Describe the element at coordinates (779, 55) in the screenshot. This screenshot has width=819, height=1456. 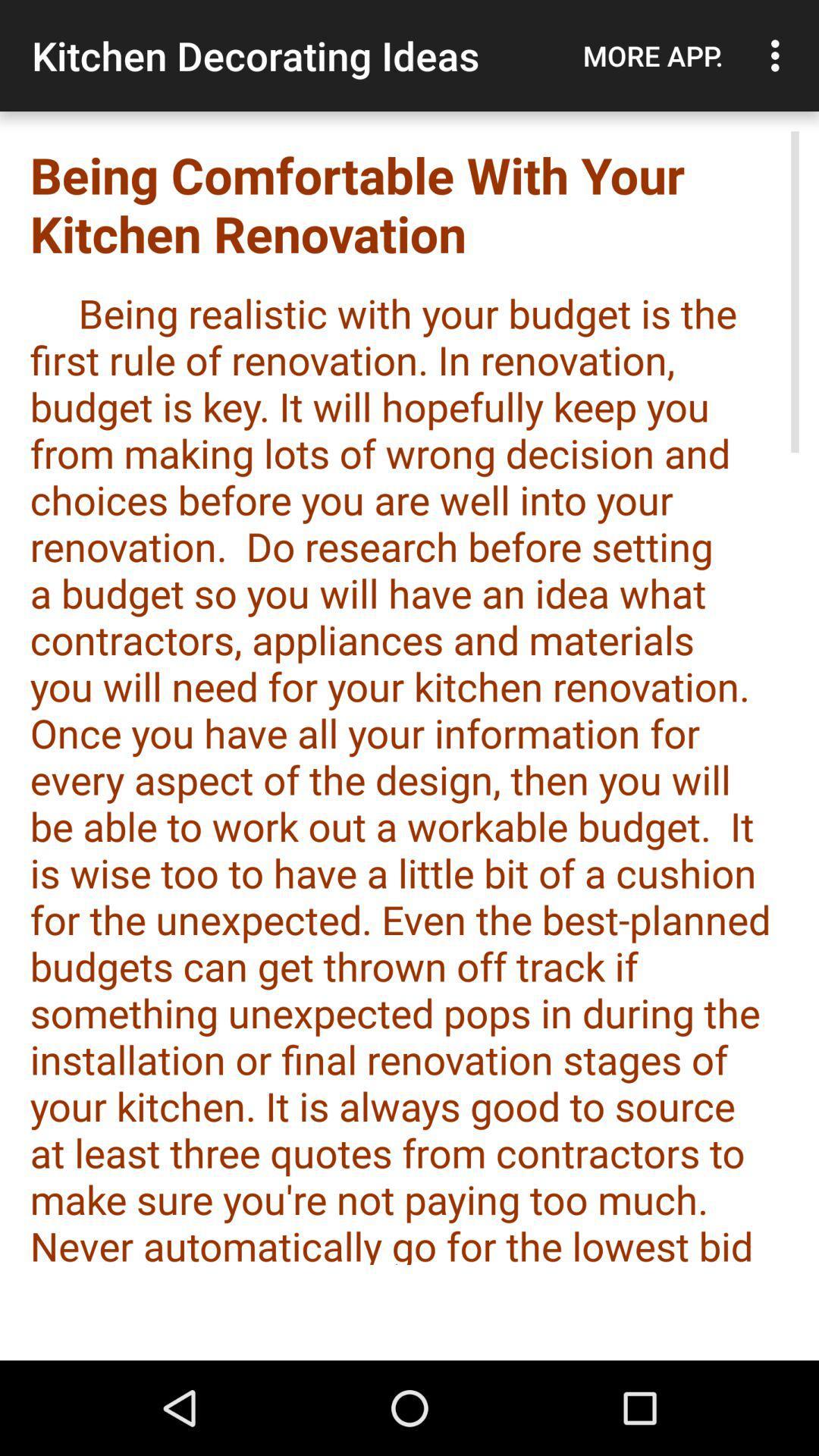
I see `the icon to the right of the more app.` at that location.